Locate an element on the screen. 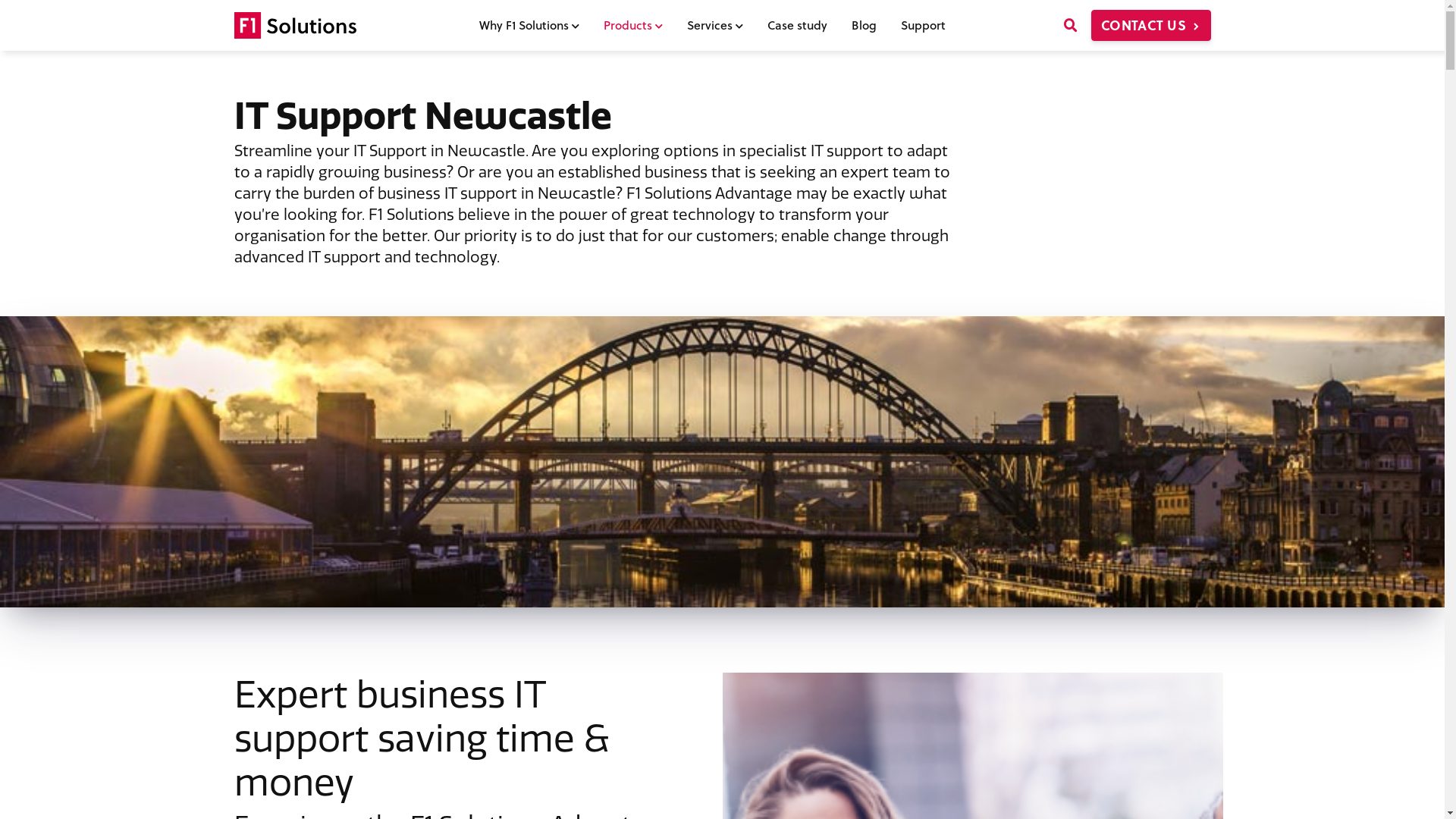  'Services' is located at coordinates (714, 25).